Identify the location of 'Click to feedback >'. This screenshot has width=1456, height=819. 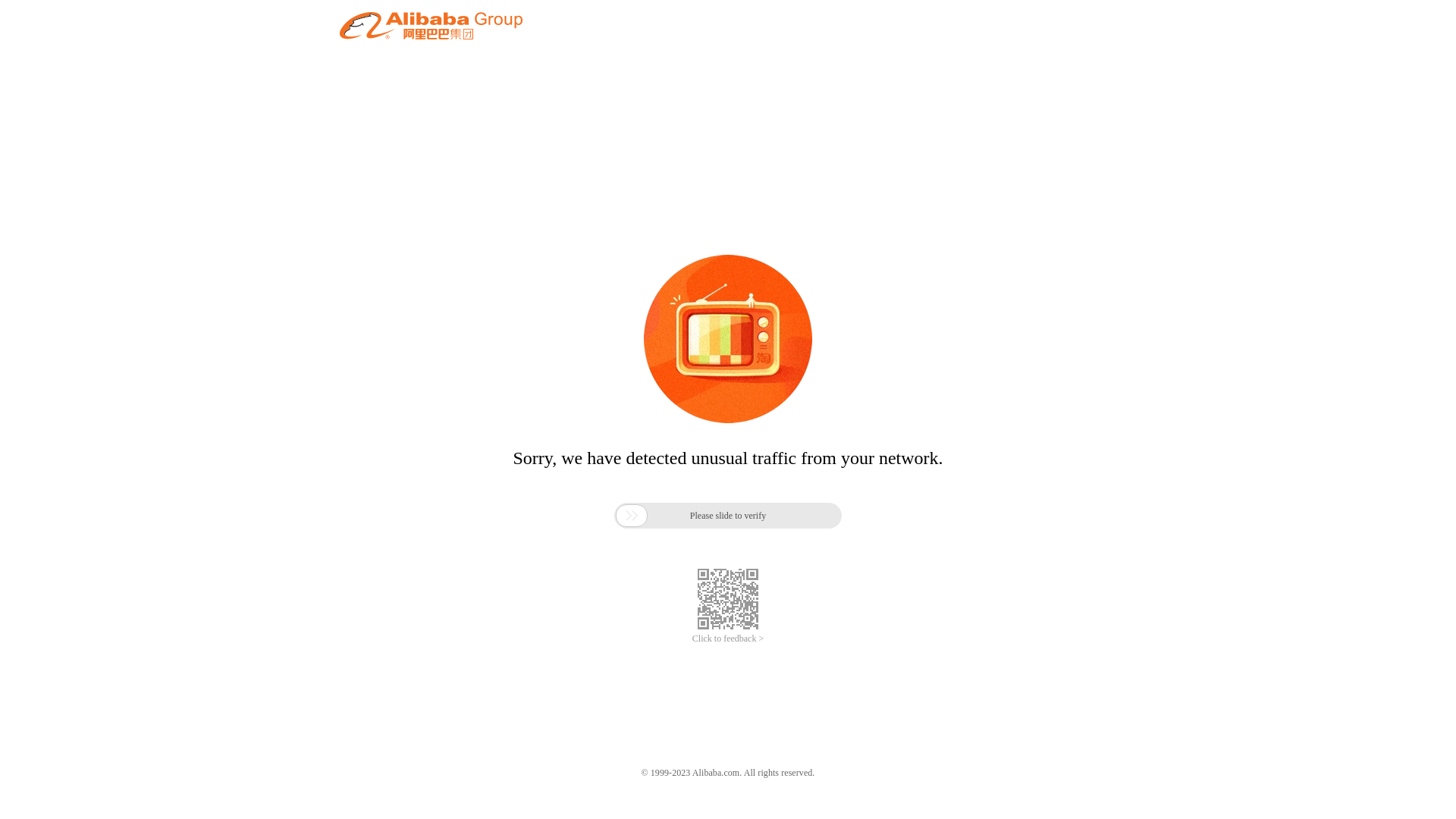
(728, 639).